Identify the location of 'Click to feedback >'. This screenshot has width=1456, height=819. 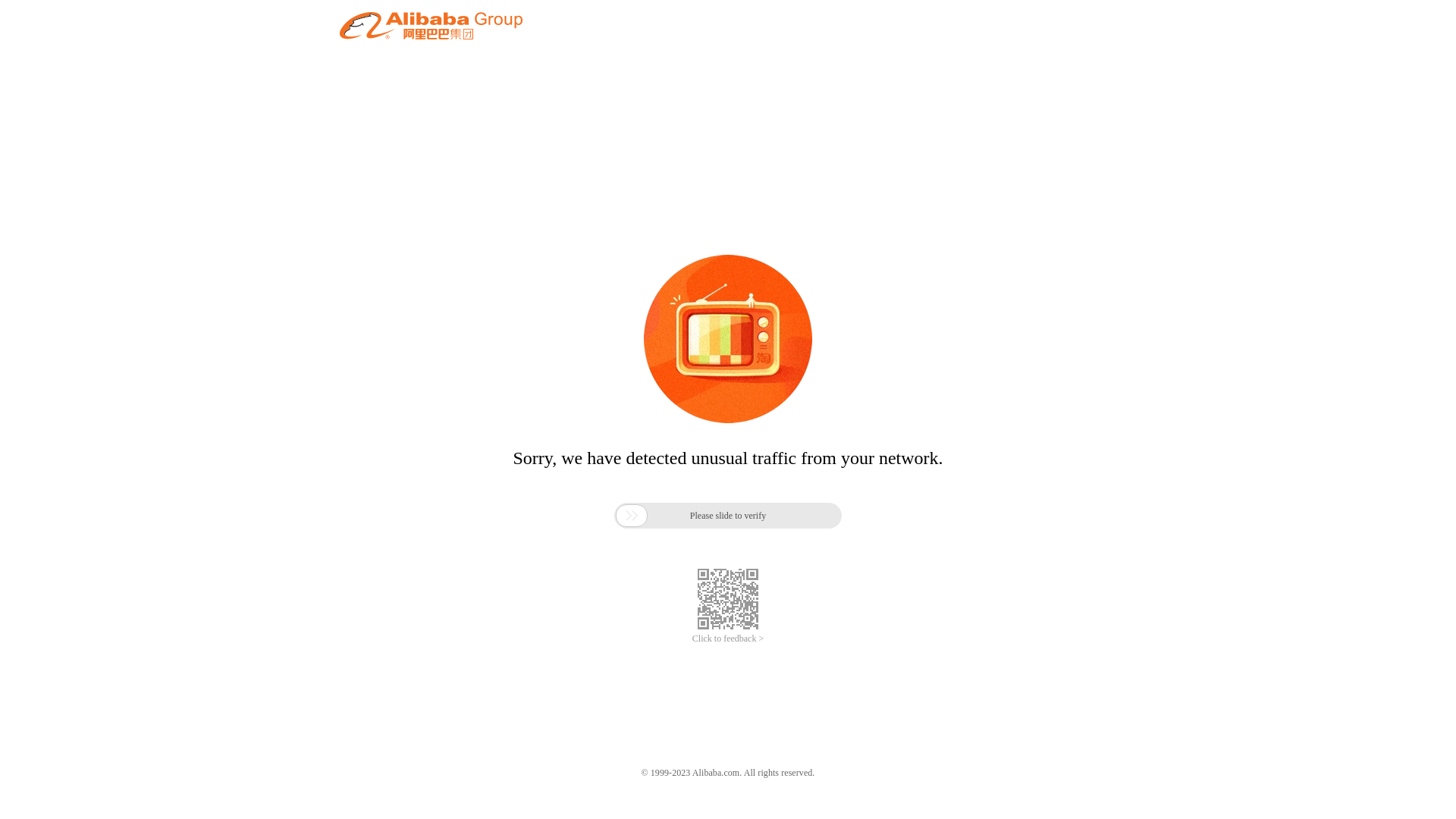
(728, 639).